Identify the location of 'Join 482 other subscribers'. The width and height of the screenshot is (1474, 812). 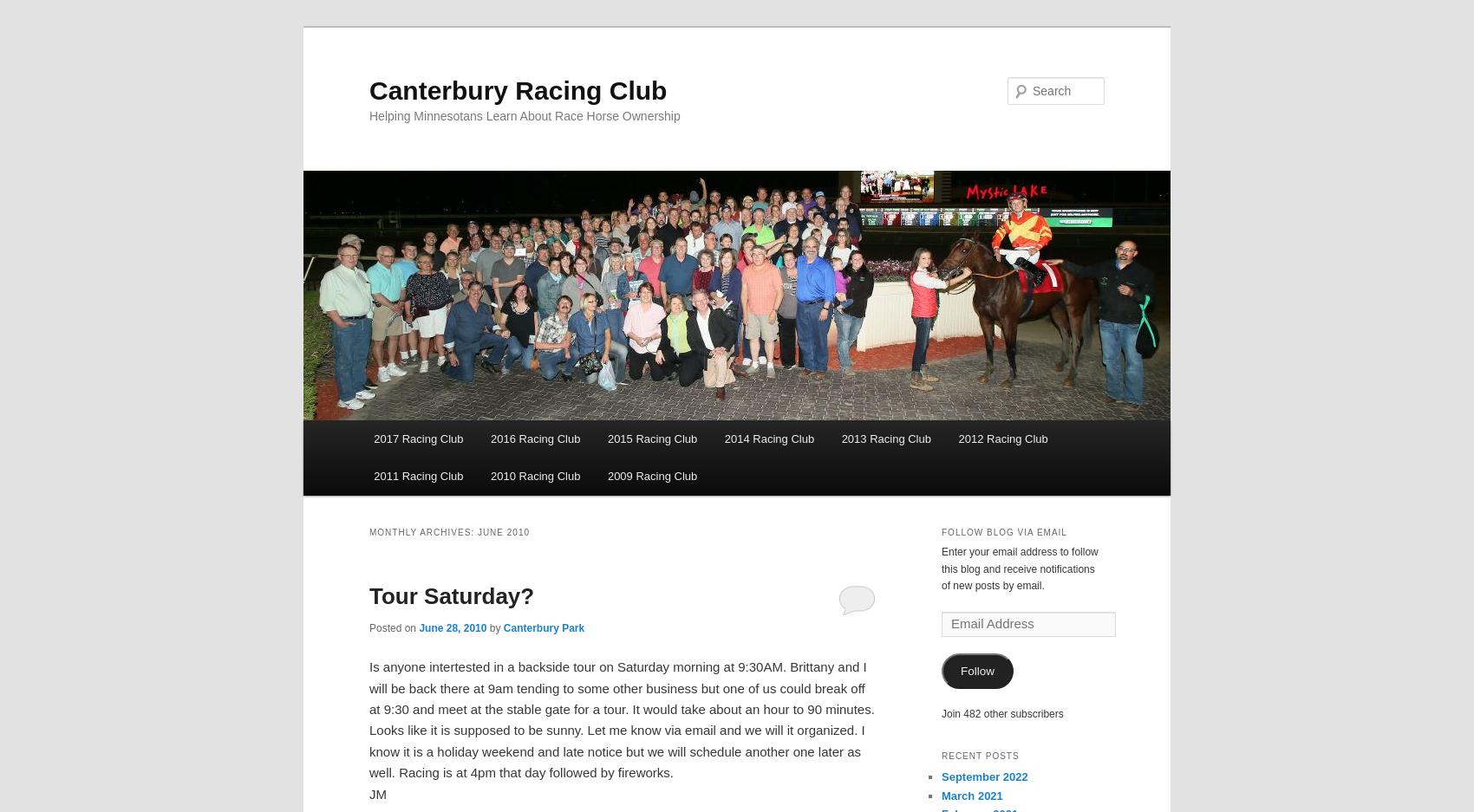
(1002, 711).